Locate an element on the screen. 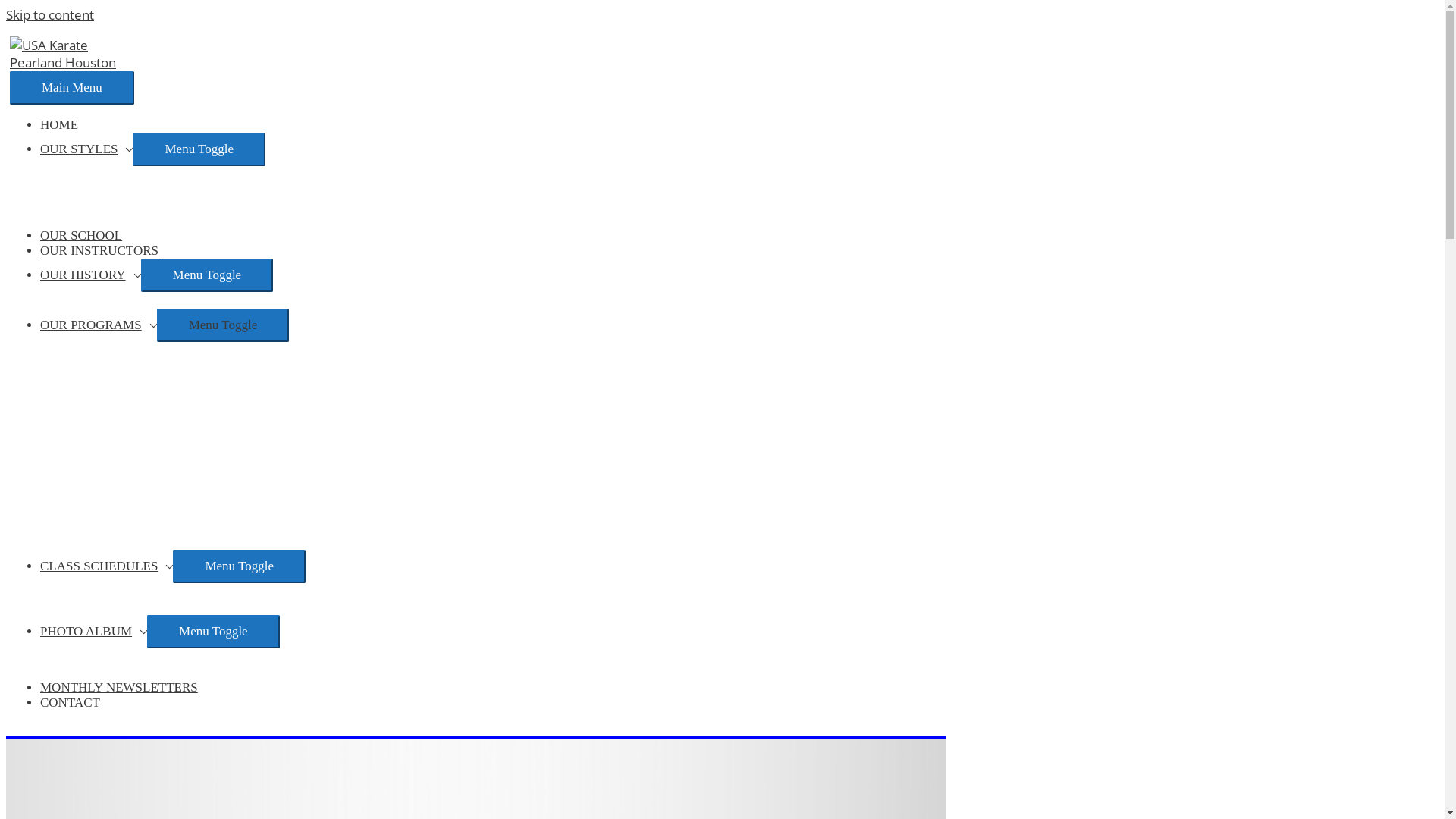 Image resolution: width=1456 pixels, height=819 pixels. 'Menu Toggle' is located at coordinates (222, 324).